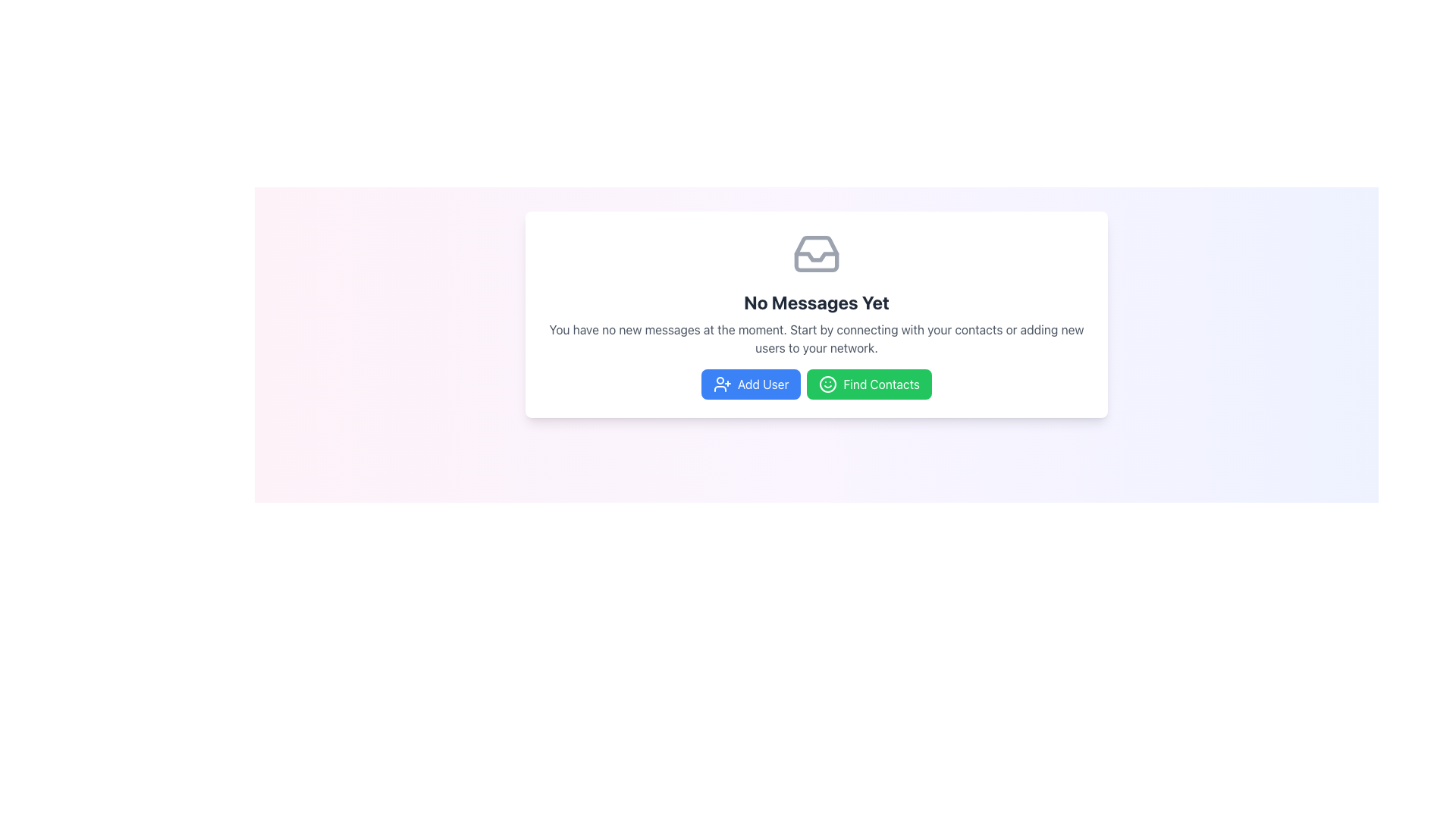  What do you see at coordinates (815, 256) in the screenshot?
I see `the Vector Graphic Component that visually represents an open inbox or message envelope, indicating no messages, located centrally in the upper section of the content area, above the text labeled 'No Messages Yet.'` at bounding box center [815, 256].